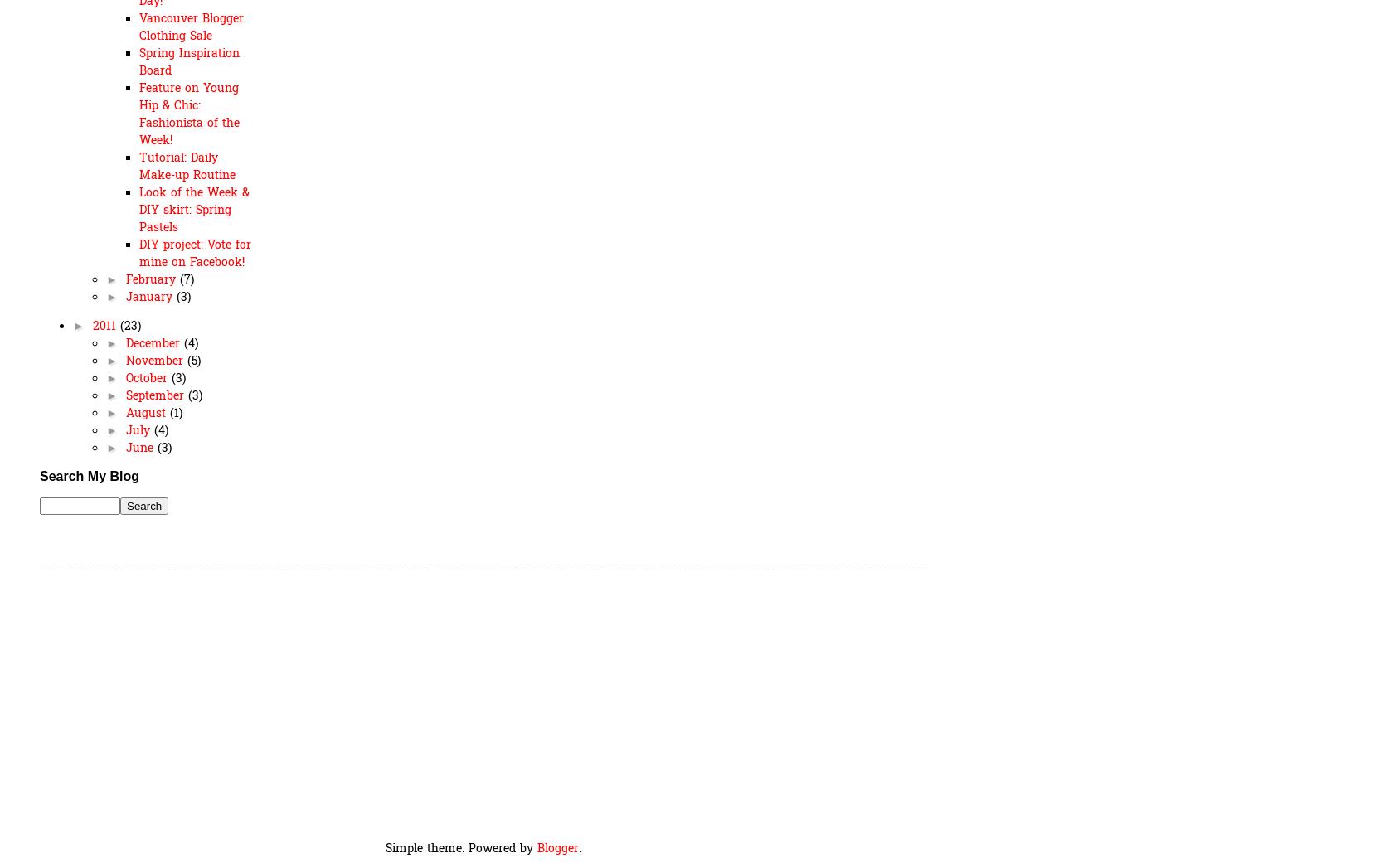 The height and width of the screenshot is (868, 1375). What do you see at coordinates (192, 361) in the screenshot?
I see `'(5)'` at bounding box center [192, 361].